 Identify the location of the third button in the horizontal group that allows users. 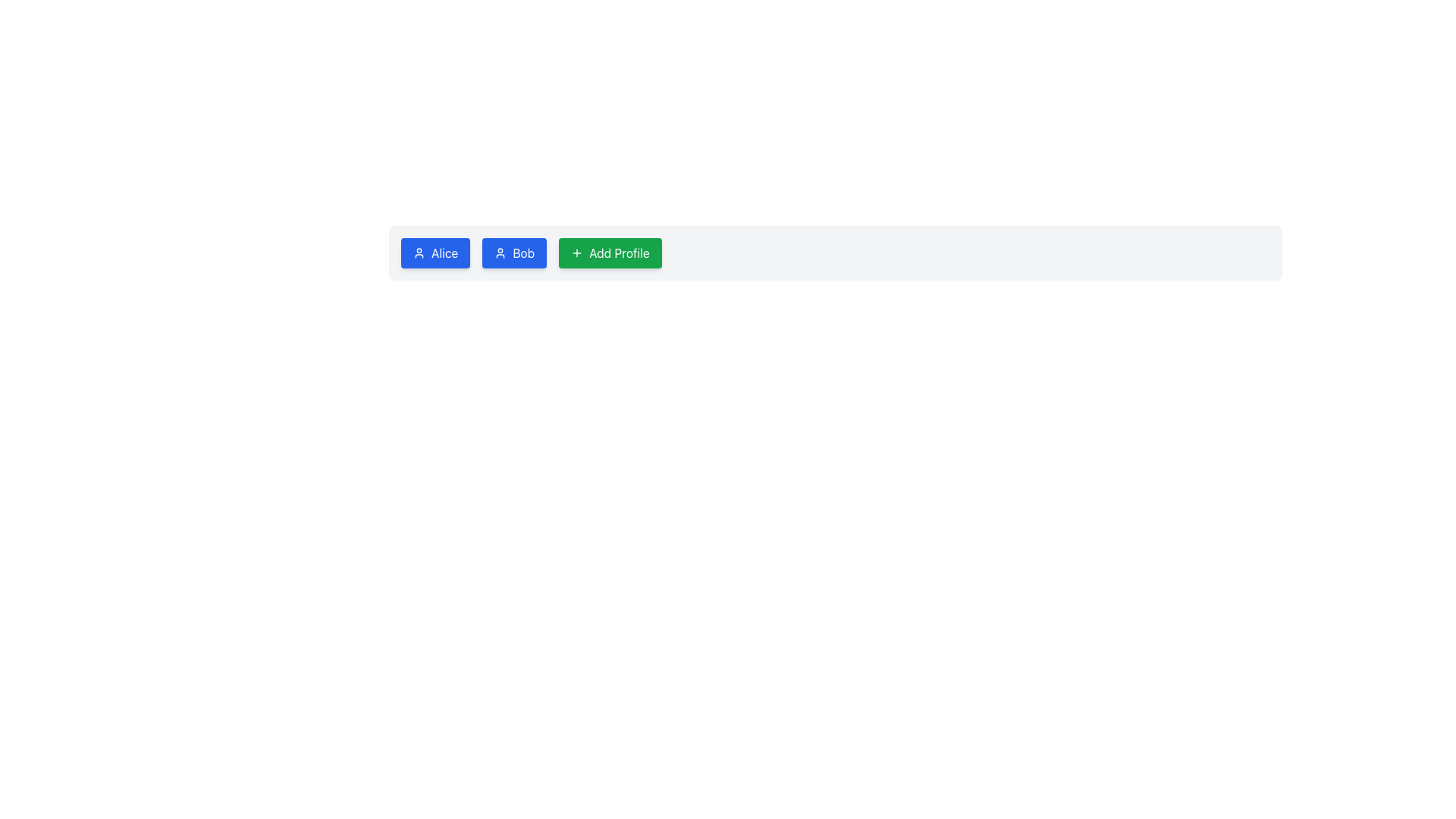
(610, 253).